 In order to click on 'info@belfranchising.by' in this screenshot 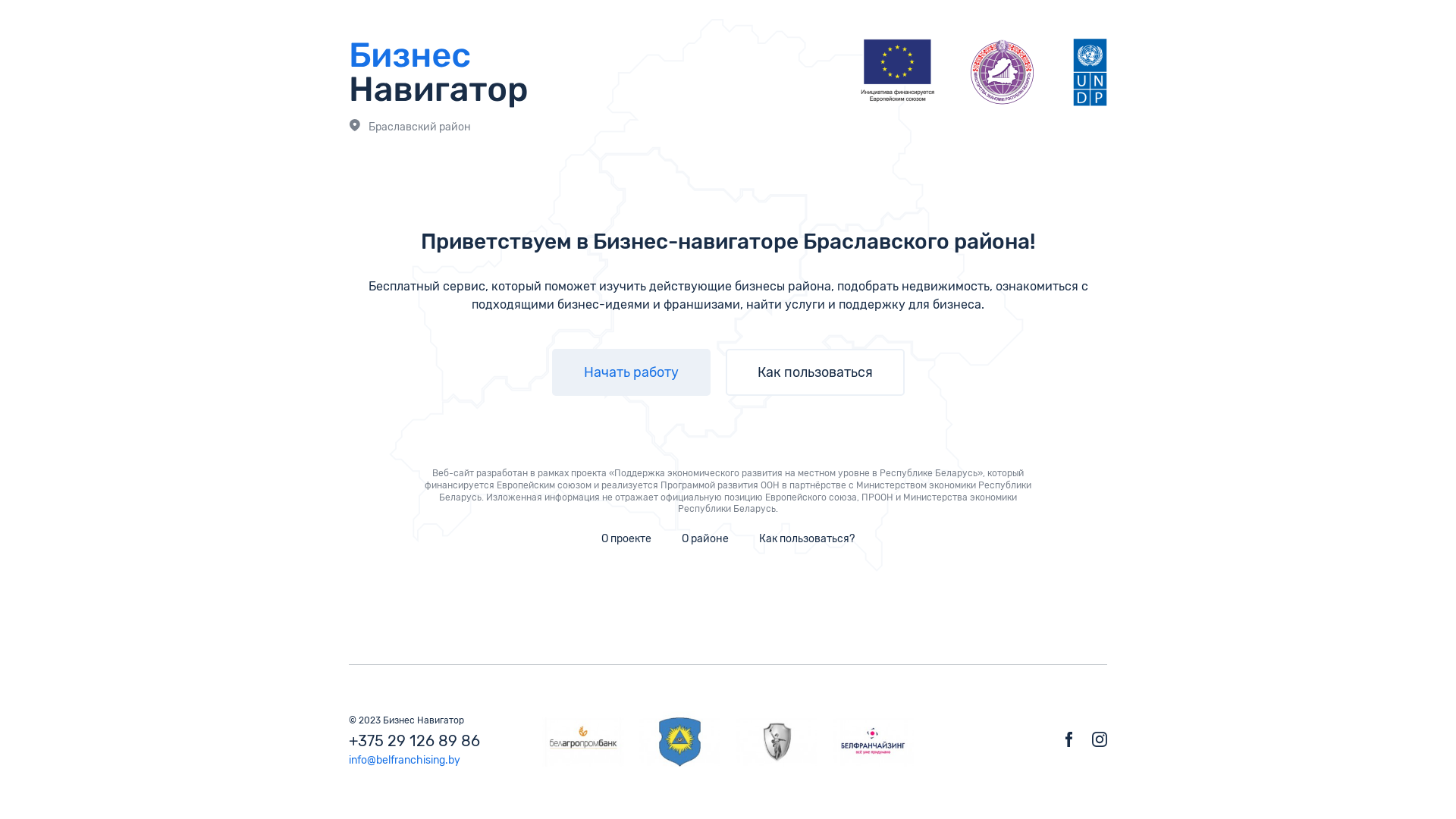, I will do `click(348, 760)`.